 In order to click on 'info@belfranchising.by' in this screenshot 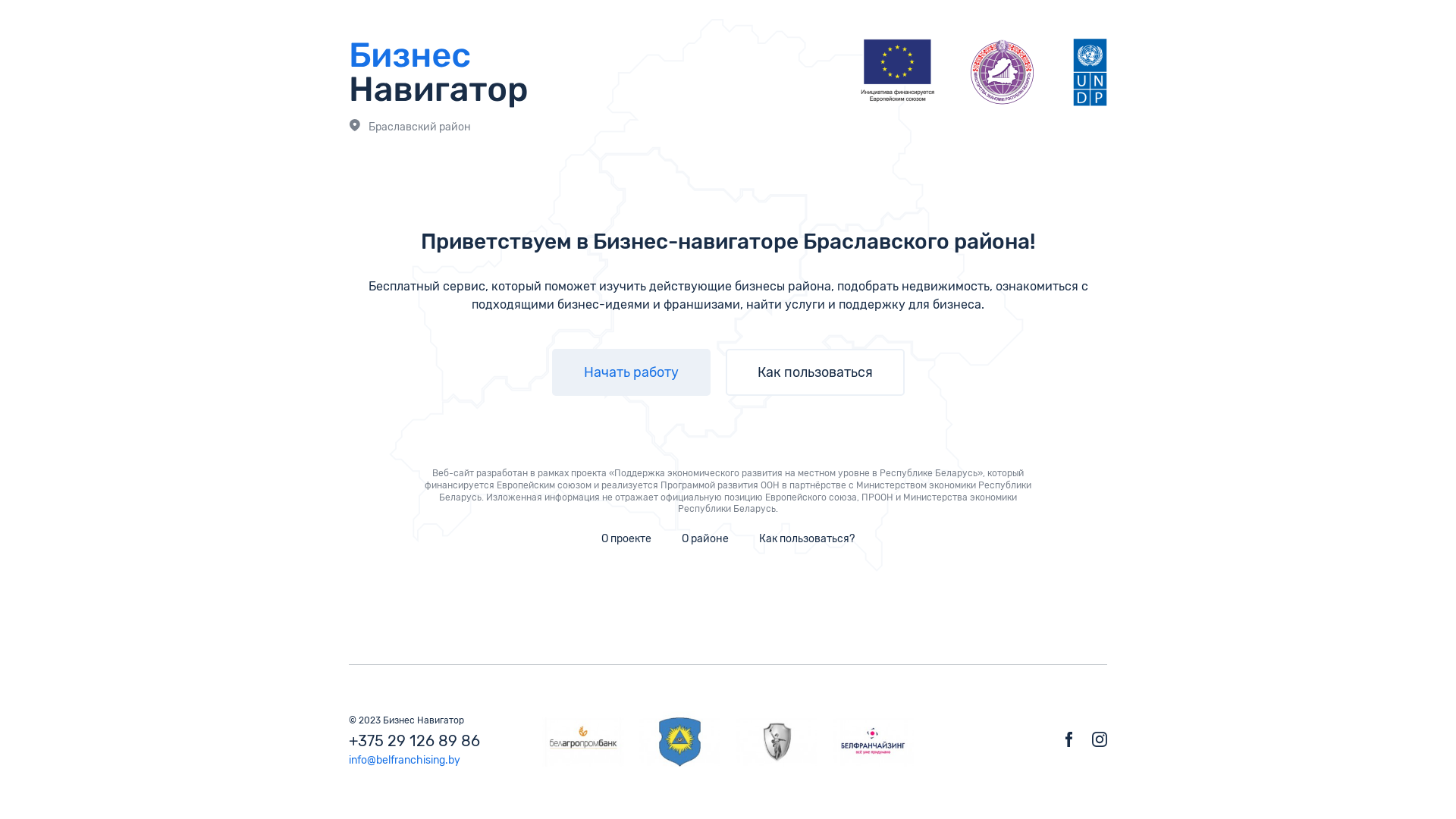, I will do `click(348, 760)`.